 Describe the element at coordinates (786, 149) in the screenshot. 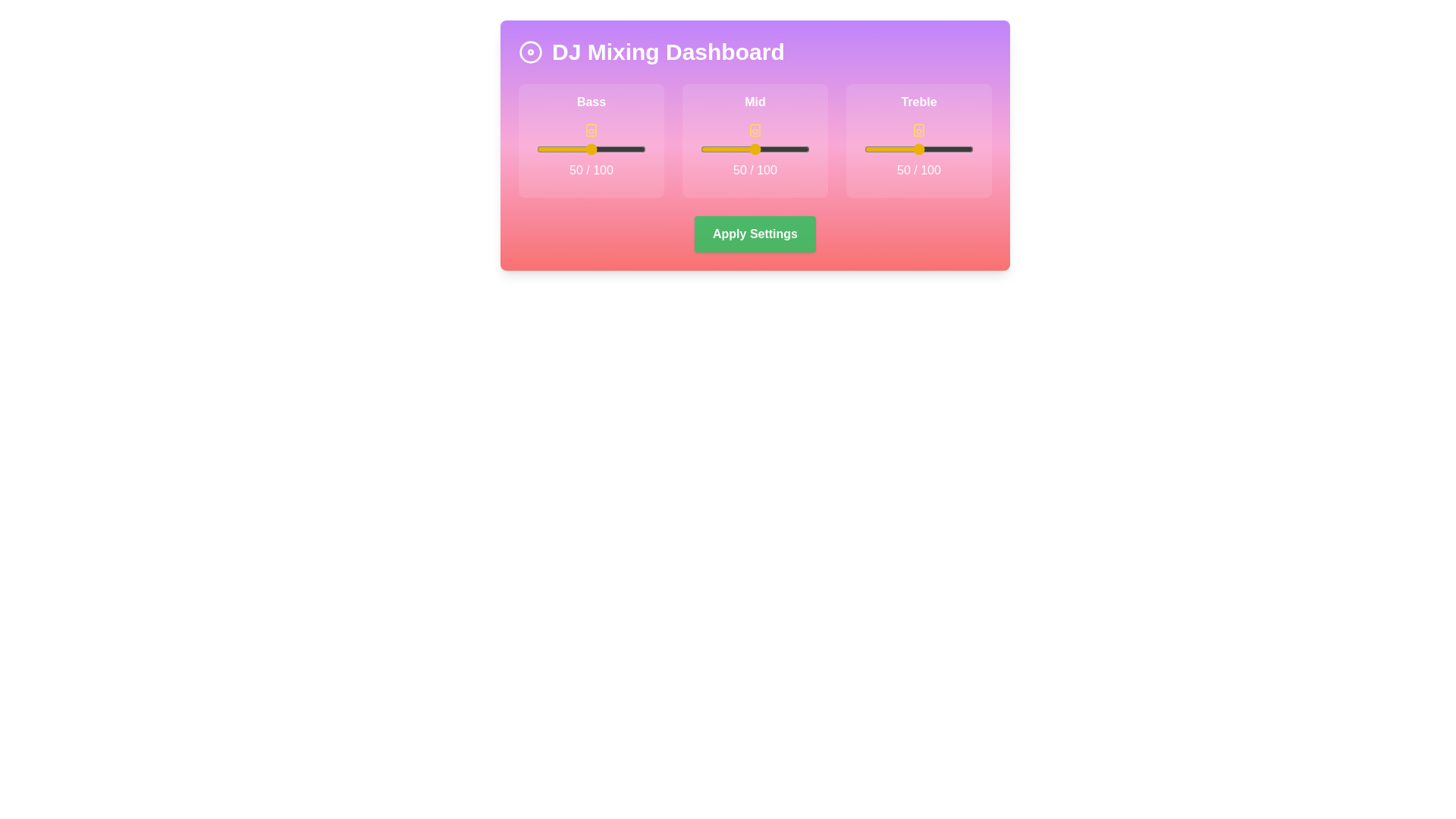

I see `the mid slider to set its value to 78` at that location.